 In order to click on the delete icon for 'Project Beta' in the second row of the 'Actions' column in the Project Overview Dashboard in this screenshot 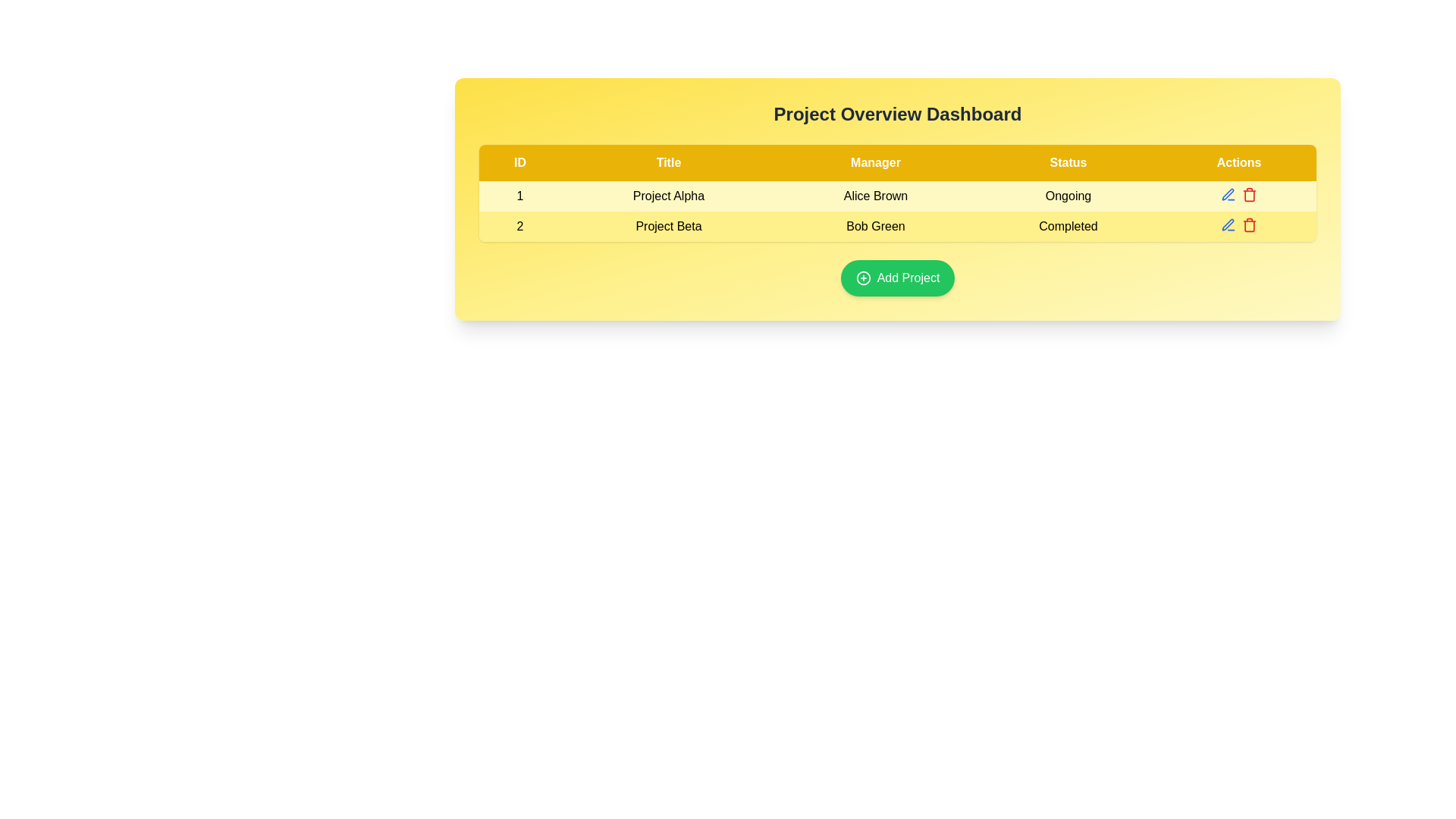, I will do `click(1249, 225)`.